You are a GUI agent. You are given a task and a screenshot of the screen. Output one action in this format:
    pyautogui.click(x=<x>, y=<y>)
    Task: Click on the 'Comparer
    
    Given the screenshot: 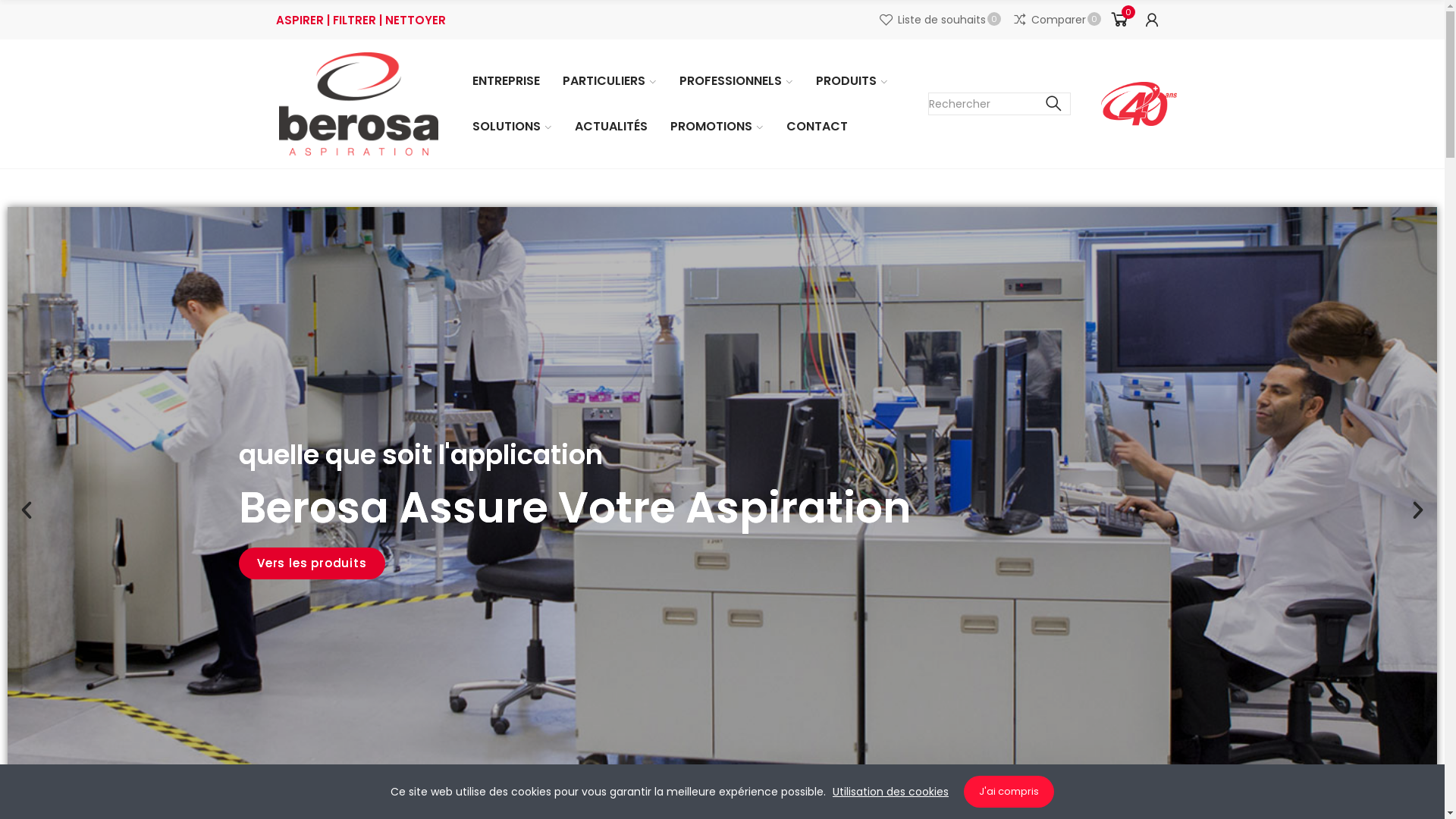 What is the action you would take?
    pyautogui.click(x=1056, y=20)
    